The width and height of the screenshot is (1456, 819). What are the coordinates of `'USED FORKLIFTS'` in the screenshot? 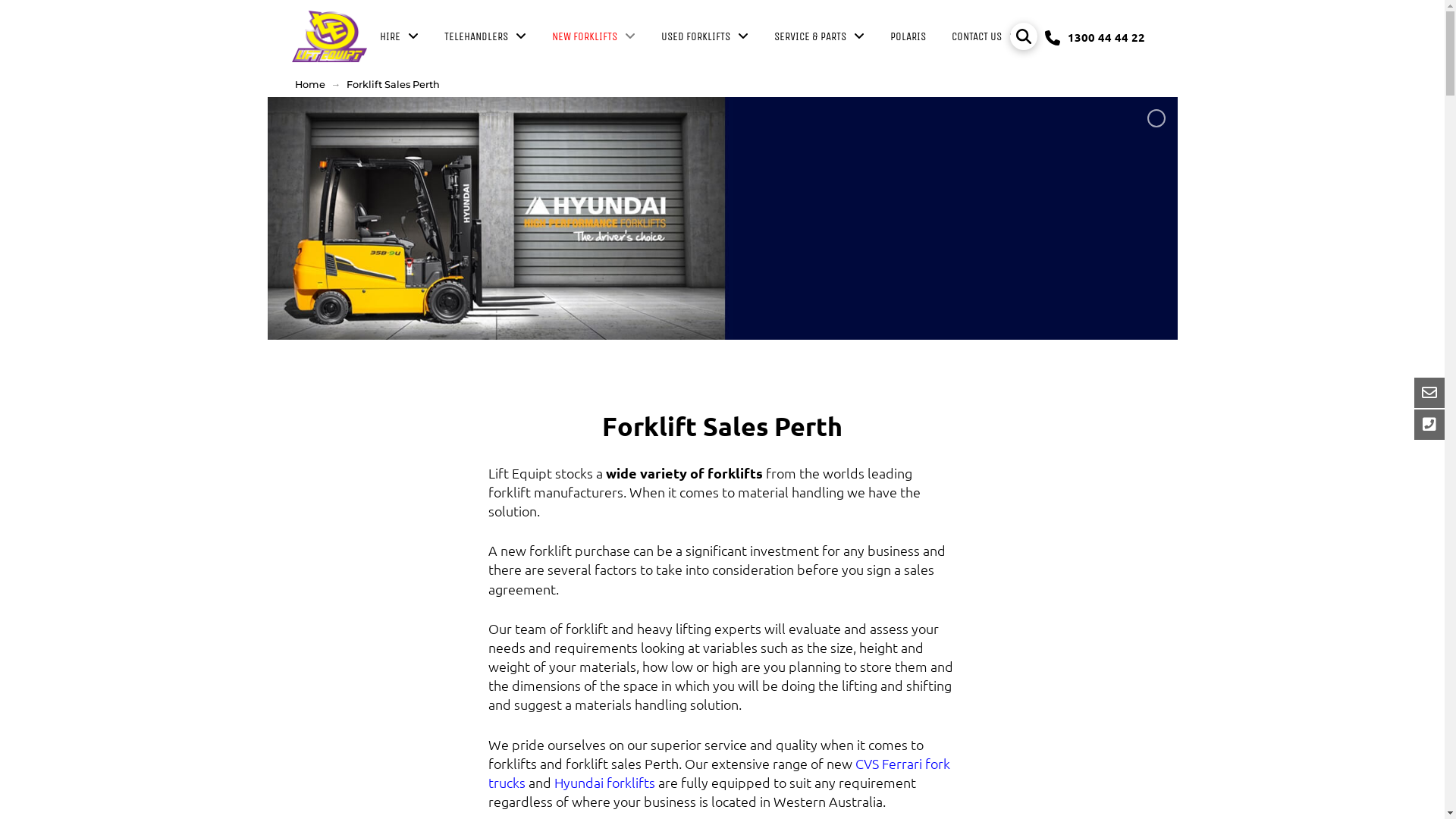 It's located at (704, 35).